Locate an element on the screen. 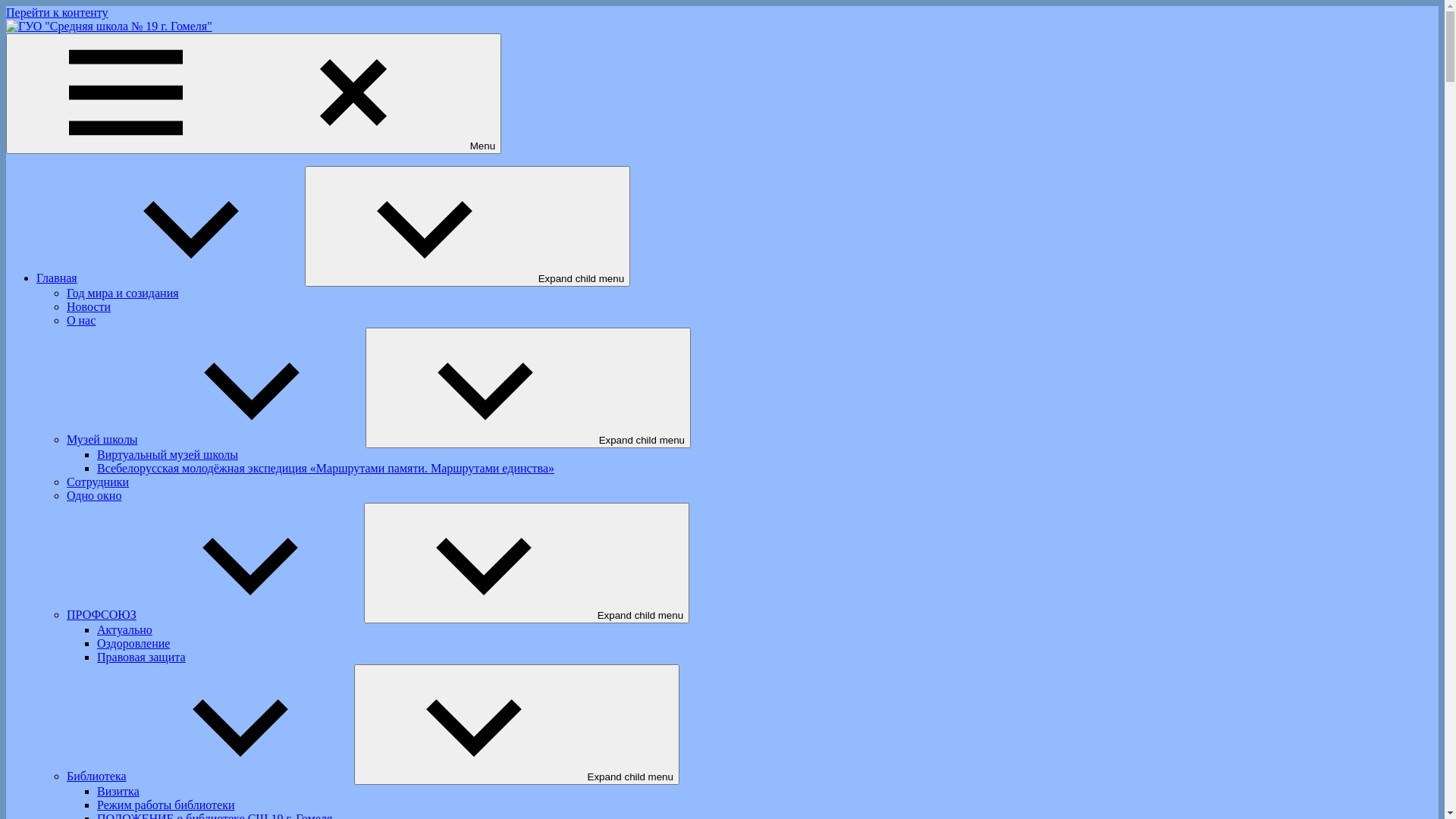 Image resolution: width=1456 pixels, height=819 pixels. 'Expand child menu' is located at coordinates (466, 226).